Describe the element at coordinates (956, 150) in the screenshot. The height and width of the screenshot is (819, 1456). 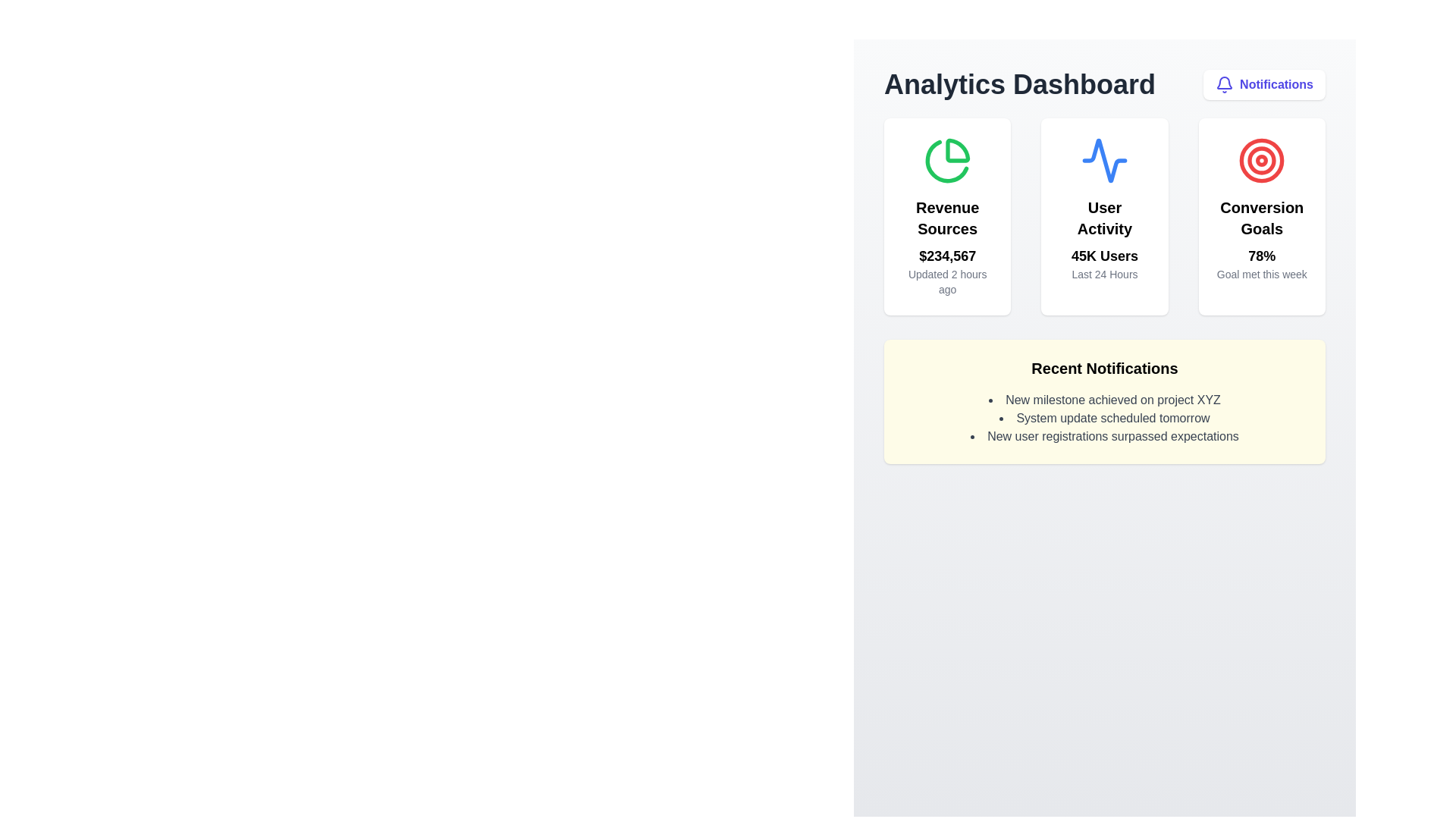
I see `the top-right segment of the pie chart icon, which is styled with a green stroke and located in the top-left card of a dashboard interface` at that location.